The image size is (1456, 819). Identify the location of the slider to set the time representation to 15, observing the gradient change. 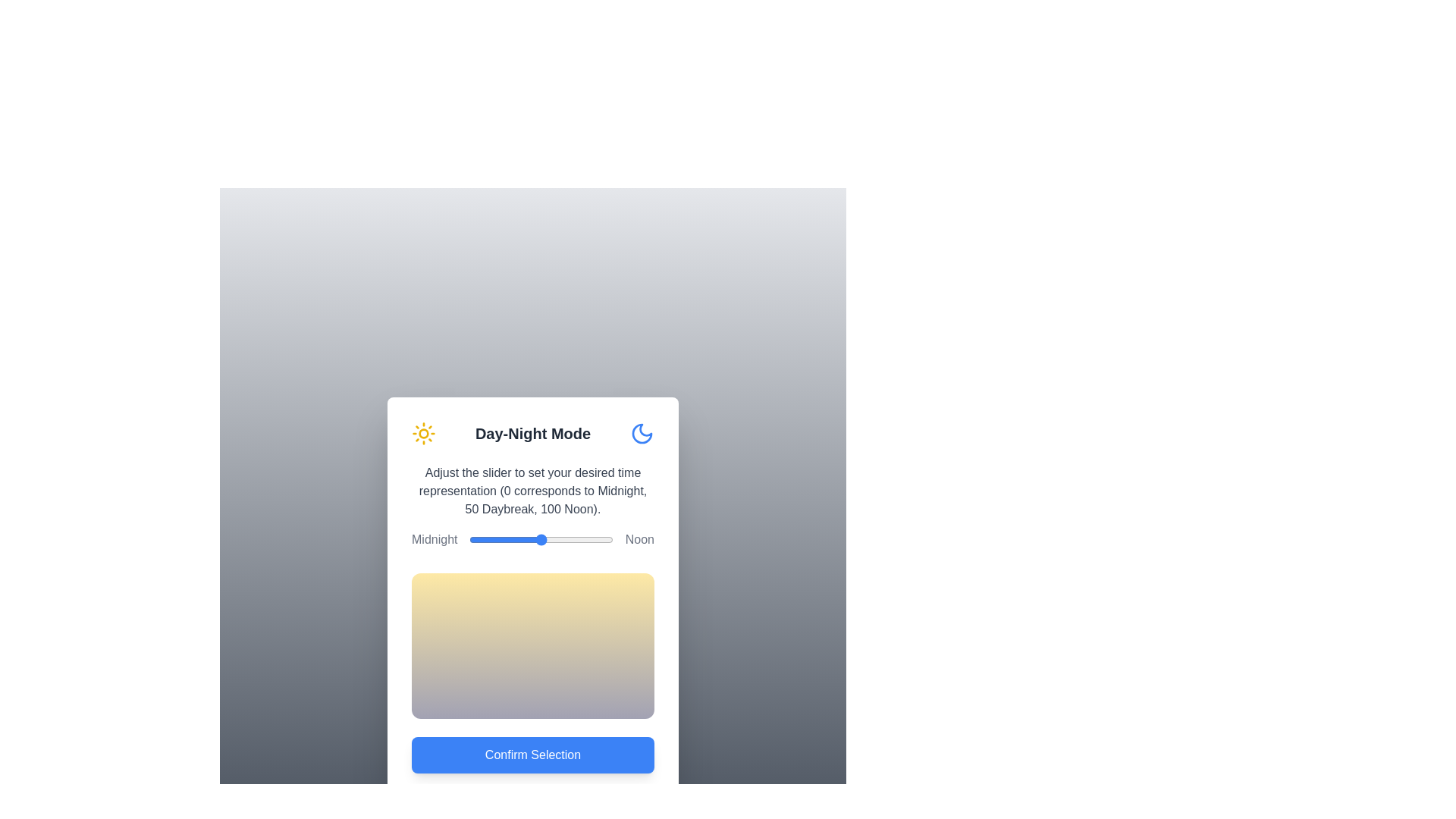
(491, 539).